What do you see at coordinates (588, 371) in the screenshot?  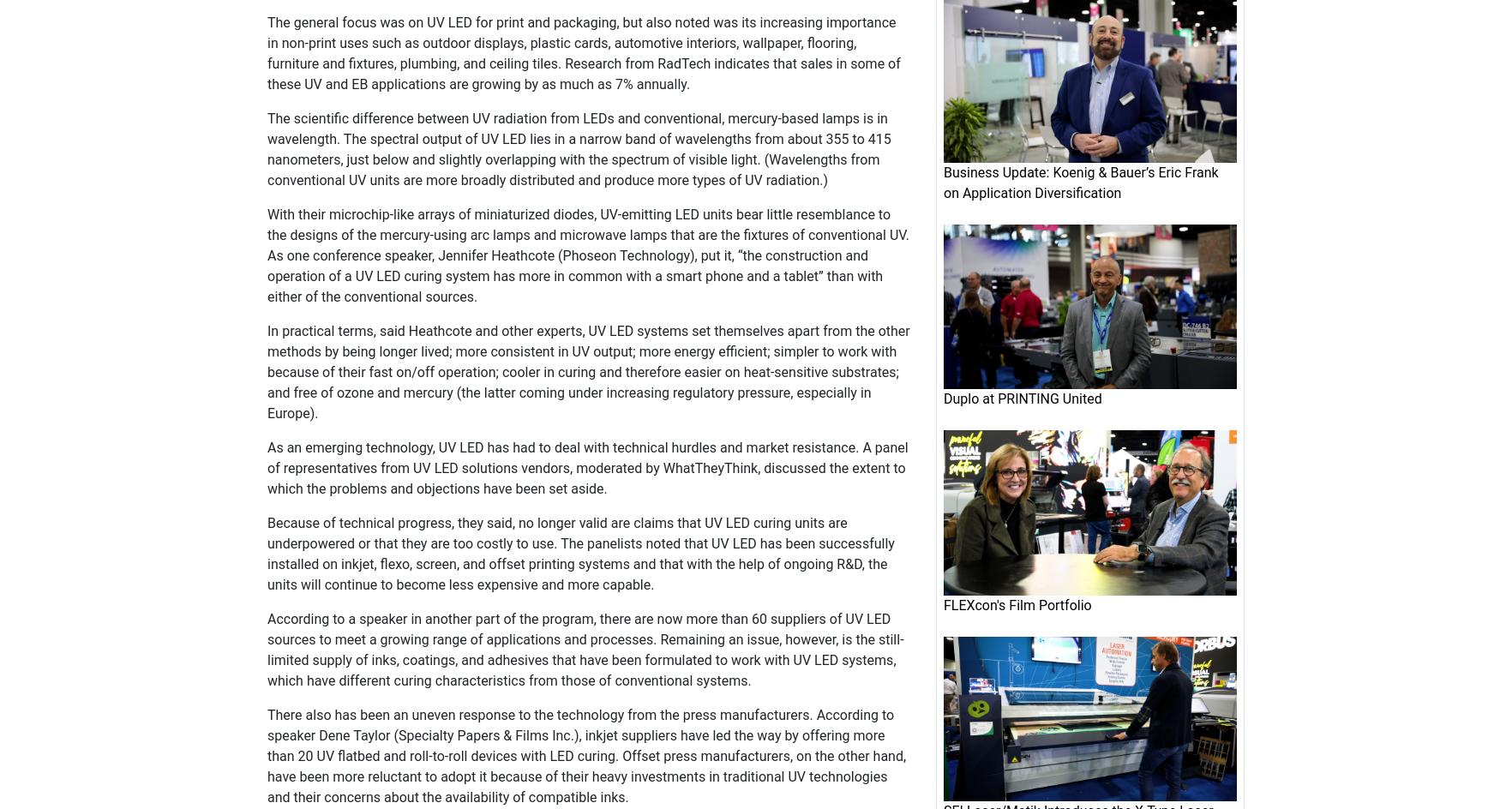 I see `'In practical terms, said Heathcote and other experts, UV LED systems set themselves apart from the other methods by being longer lived; more consistent in UV output; more energy efficient; simpler to work with because of their fast on/off operation; cooler in curing and therefore easier on heat-sensitive substrates; and free of ozone and mercury (the latter coming under increasing regulatory pressure, especially in Europe).'` at bounding box center [588, 371].